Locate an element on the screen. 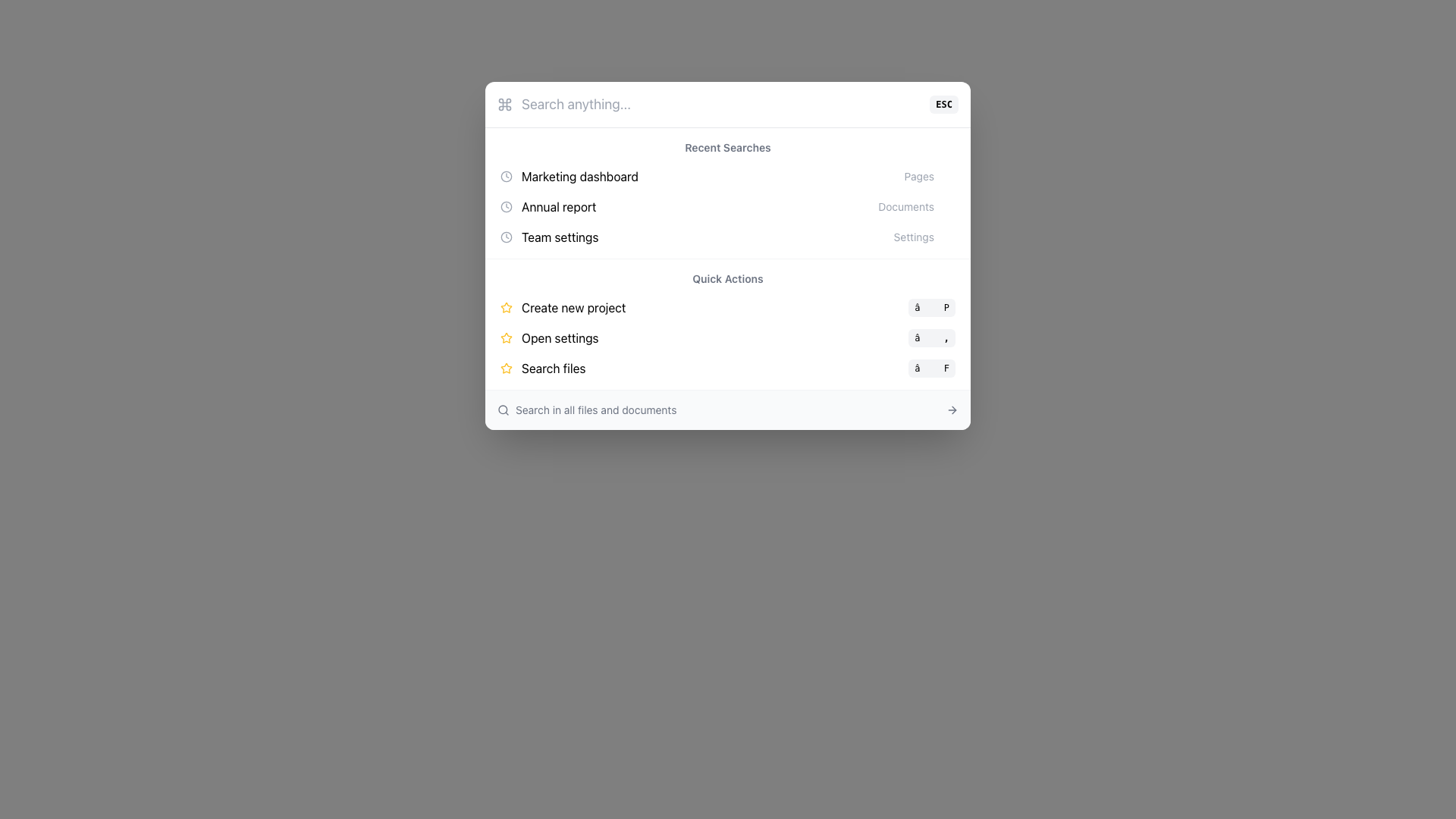  the icon located to the left of the 'Create new project' text in the 'Quick Actions' section of the modal window is located at coordinates (506, 307).